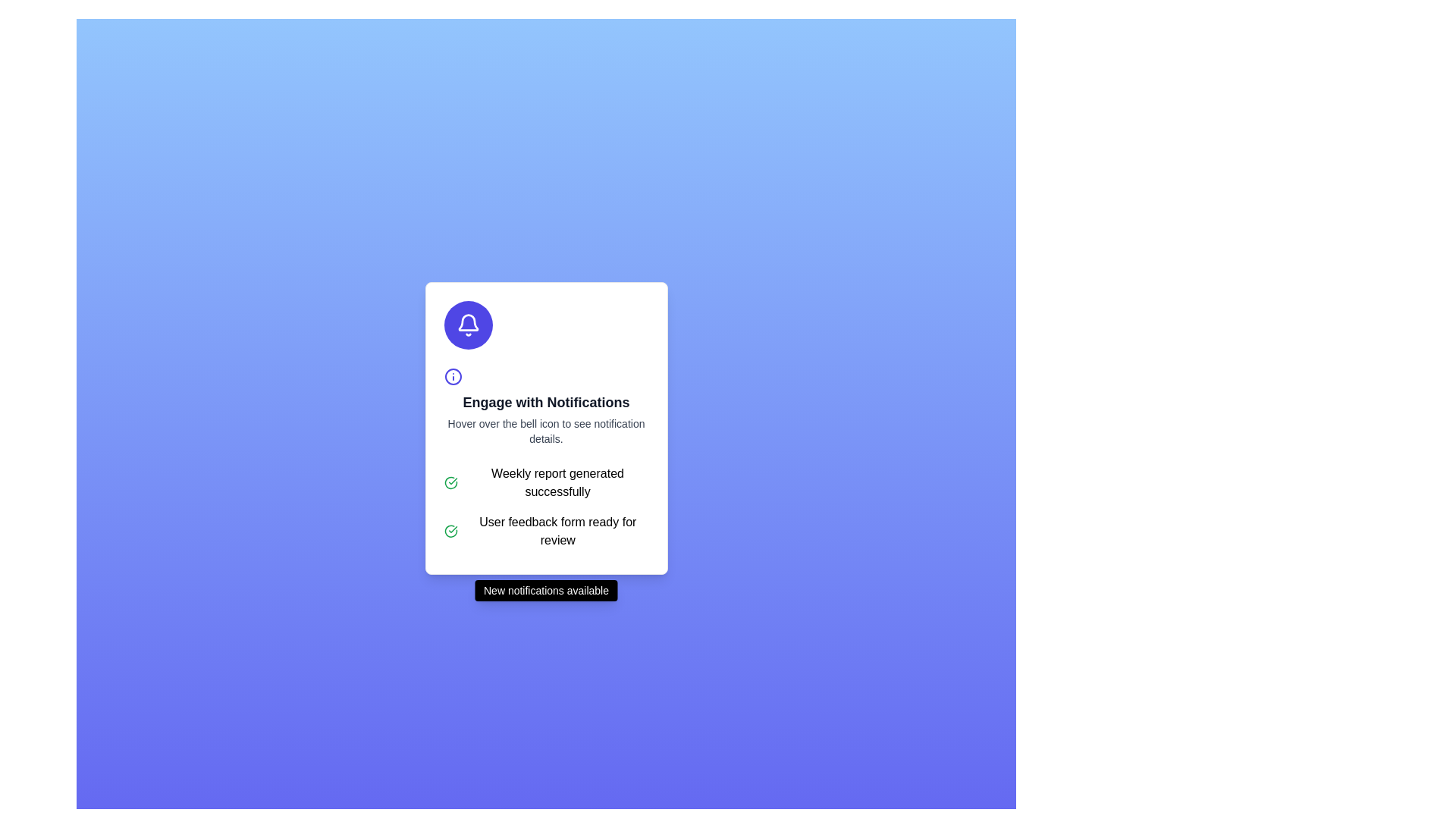  I want to click on the circular graphic icon with a green border that symbolizes a checkmark, located in the notification card next to the text 'Weekly report generated successfully.', so click(450, 531).